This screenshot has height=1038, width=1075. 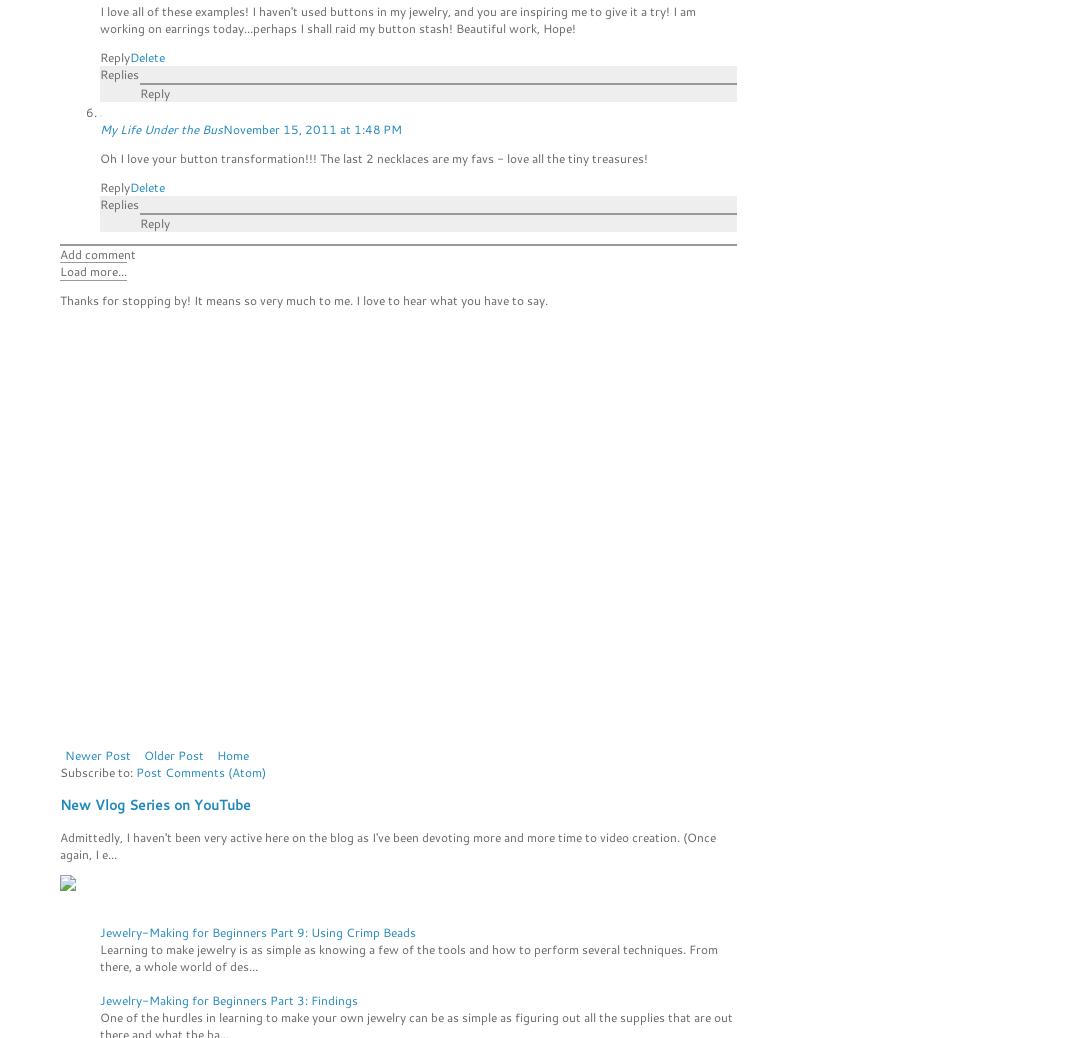 I want to click on 'I love all of these examples! I haven't used buttons in my jewelry, and you are inspiring me to give it a try! I am working on earrings today...perhaps I shall raid my button stash! Beautiful work, Hope!', so click(x=98, y=17).